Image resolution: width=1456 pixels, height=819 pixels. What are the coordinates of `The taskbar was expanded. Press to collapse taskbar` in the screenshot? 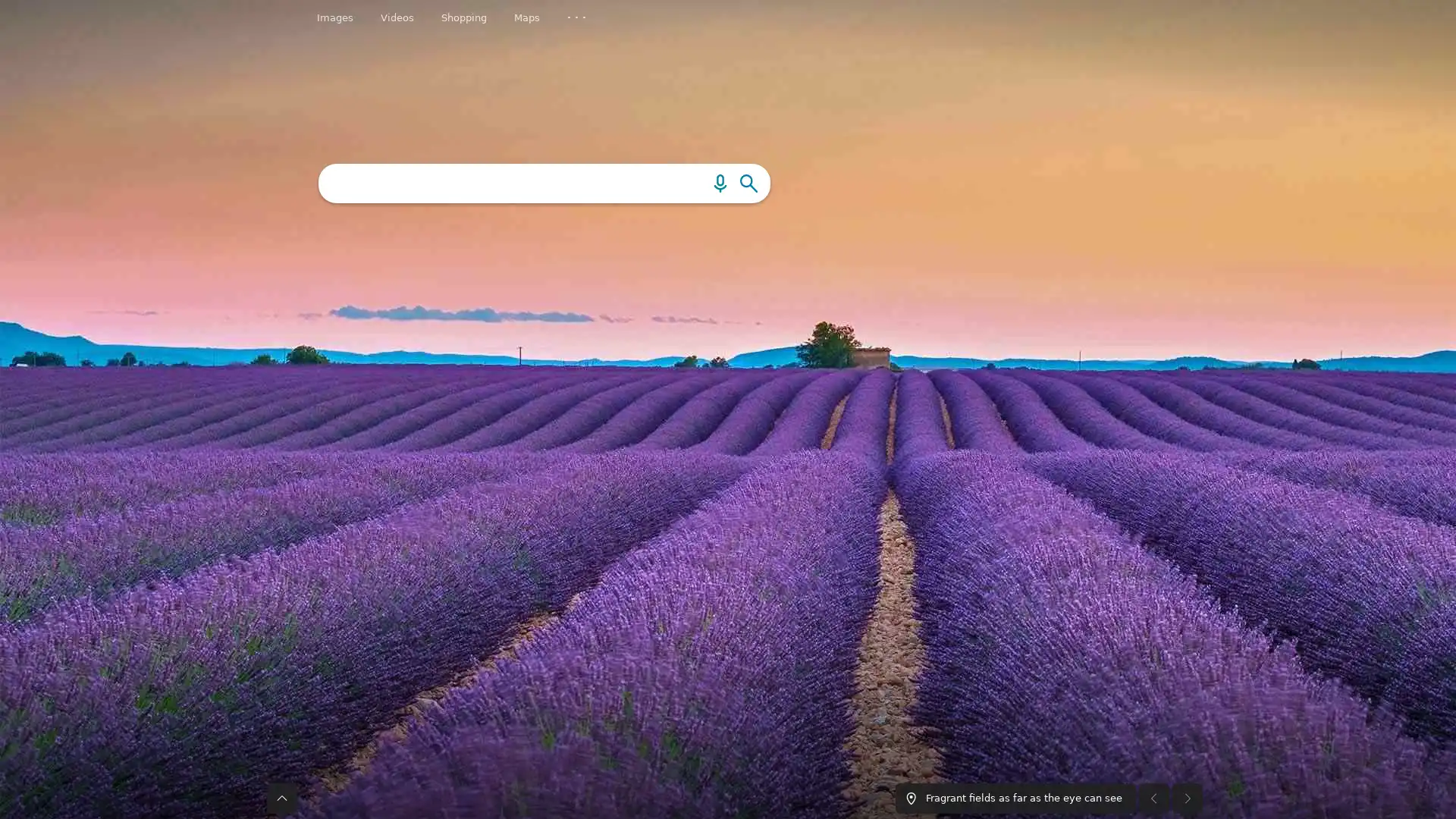 It's located at (281, 542).